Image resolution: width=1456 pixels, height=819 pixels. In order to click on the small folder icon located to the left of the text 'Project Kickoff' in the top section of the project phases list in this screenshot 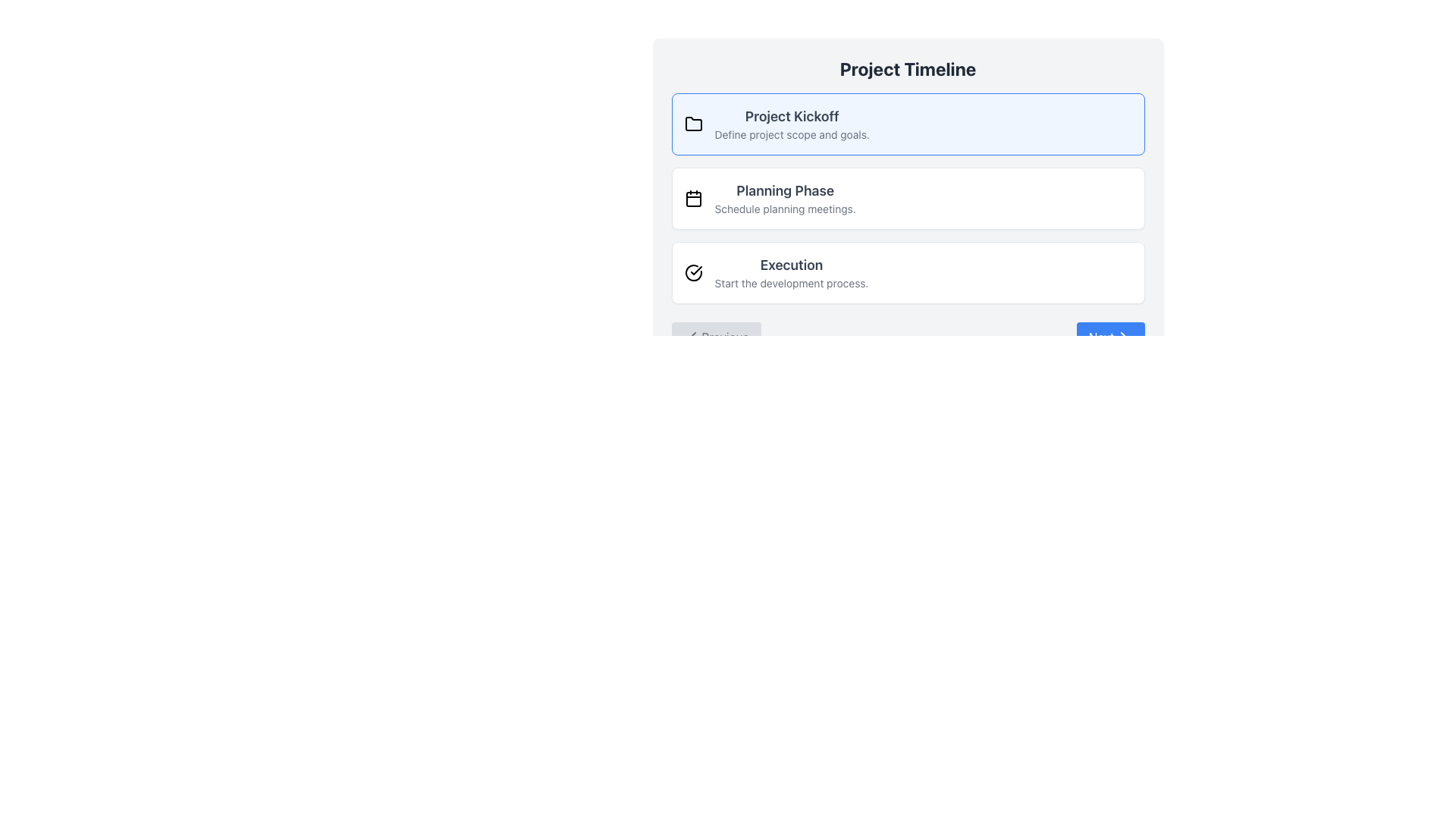, I will do `click(692, 124)`.